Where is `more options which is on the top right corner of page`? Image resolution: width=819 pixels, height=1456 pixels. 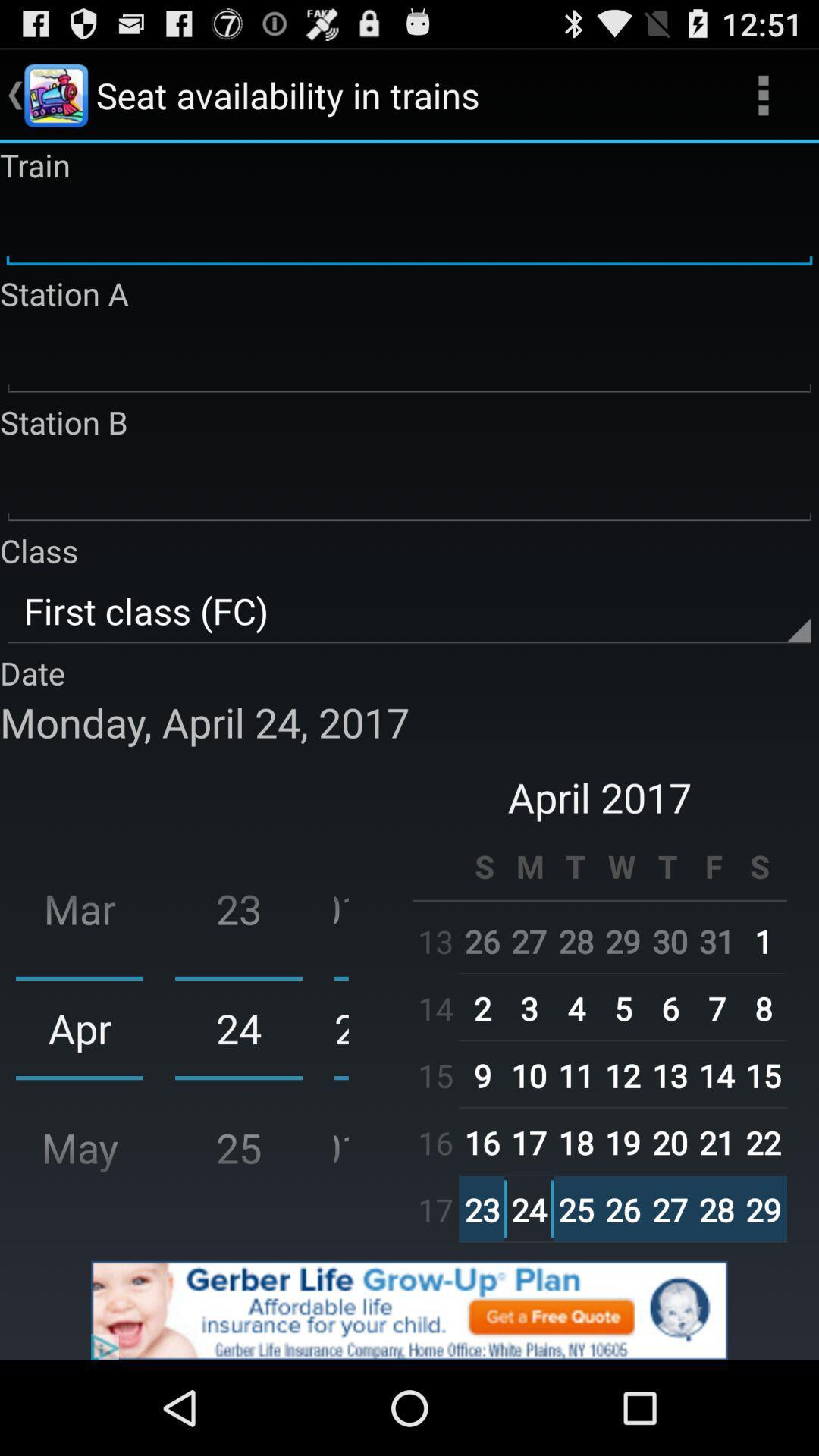 more options which is on the top right corner of page is located at coordinates (763, 94).